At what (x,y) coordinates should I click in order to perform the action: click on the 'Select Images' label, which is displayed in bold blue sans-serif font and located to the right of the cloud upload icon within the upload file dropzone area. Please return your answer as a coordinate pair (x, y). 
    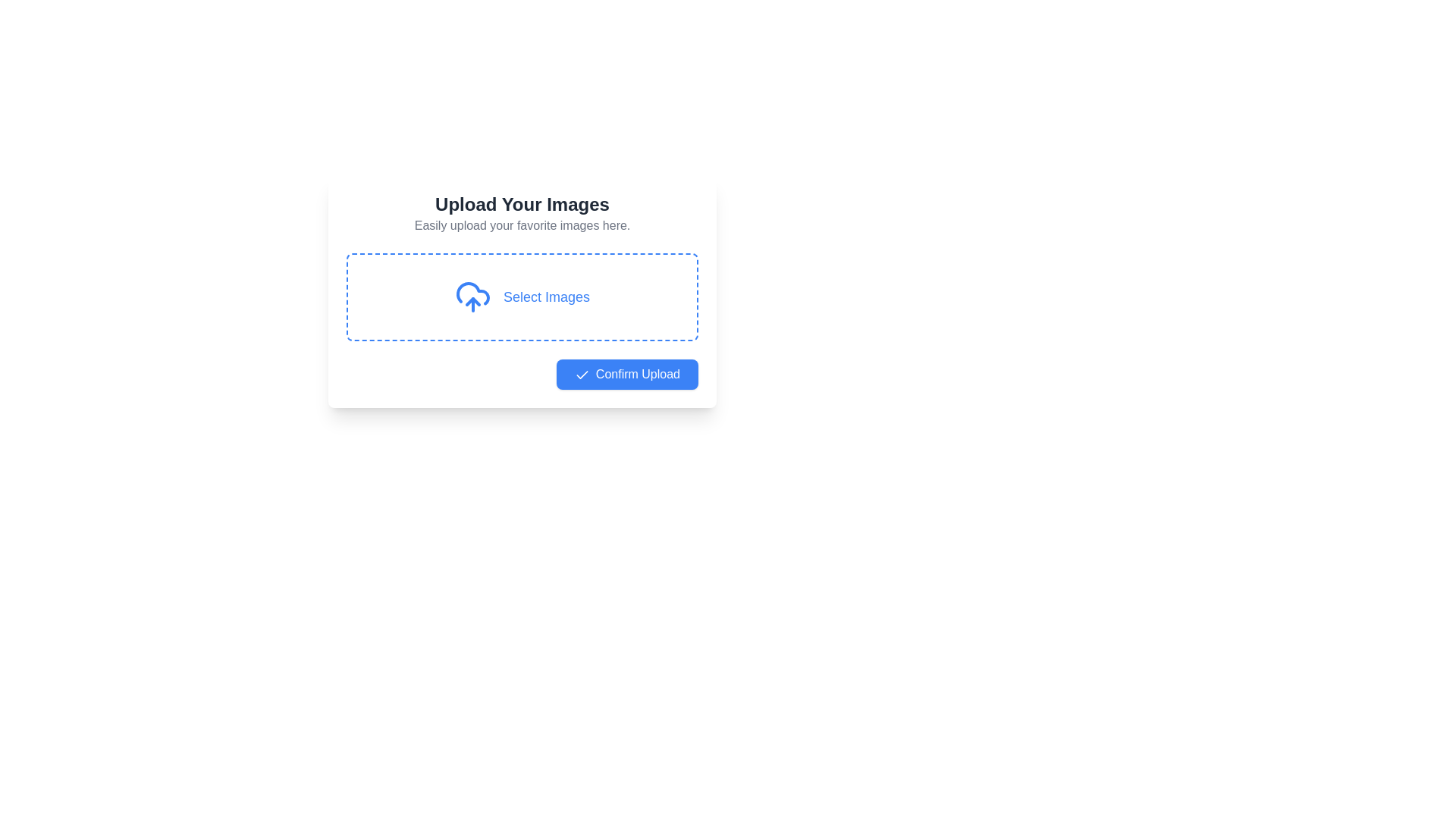
    Looking at the image, I should click on (546, 297).